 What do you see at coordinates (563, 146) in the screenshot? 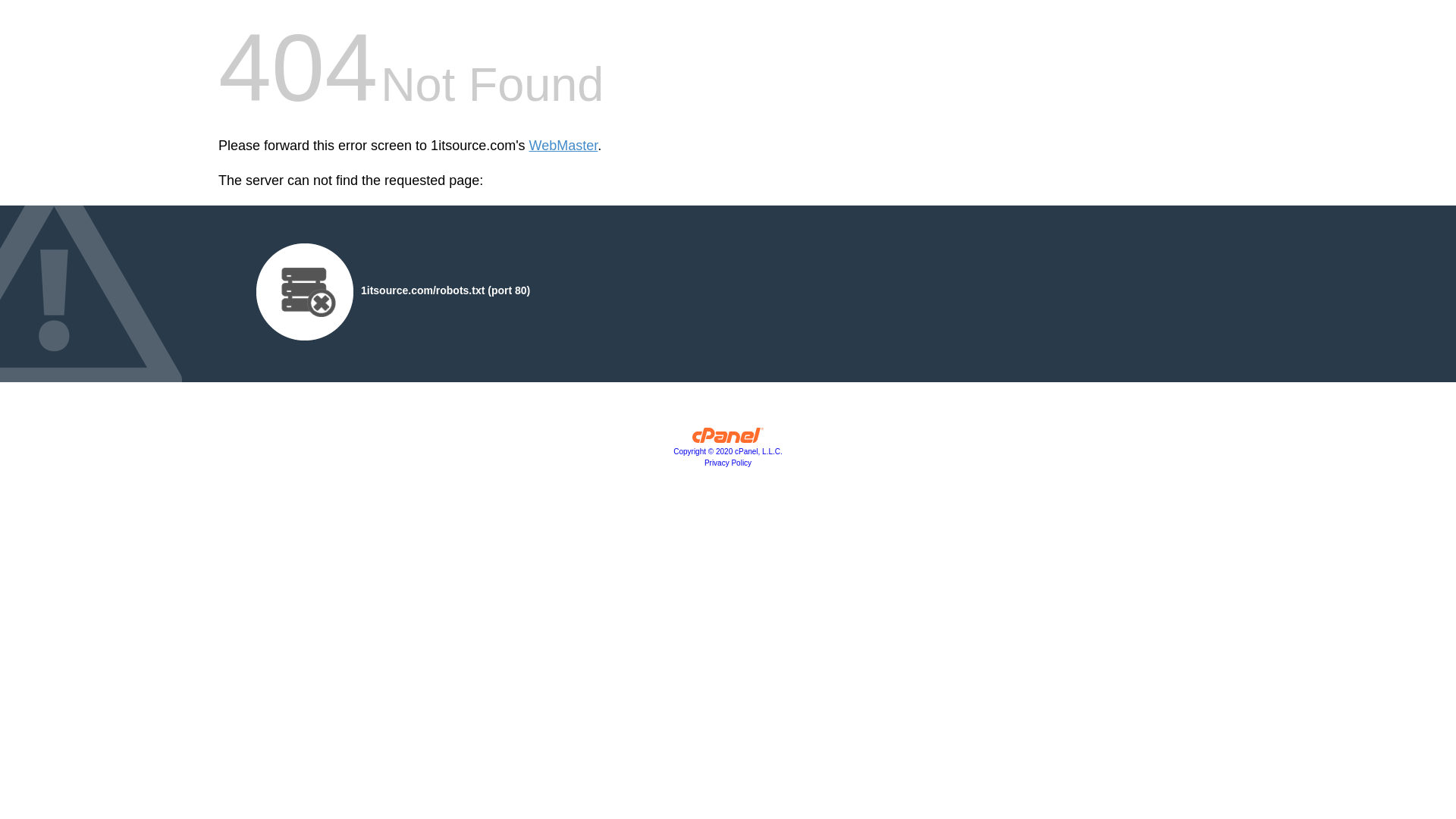
I see `'WebMaster'` at bounding box center [563, 146].